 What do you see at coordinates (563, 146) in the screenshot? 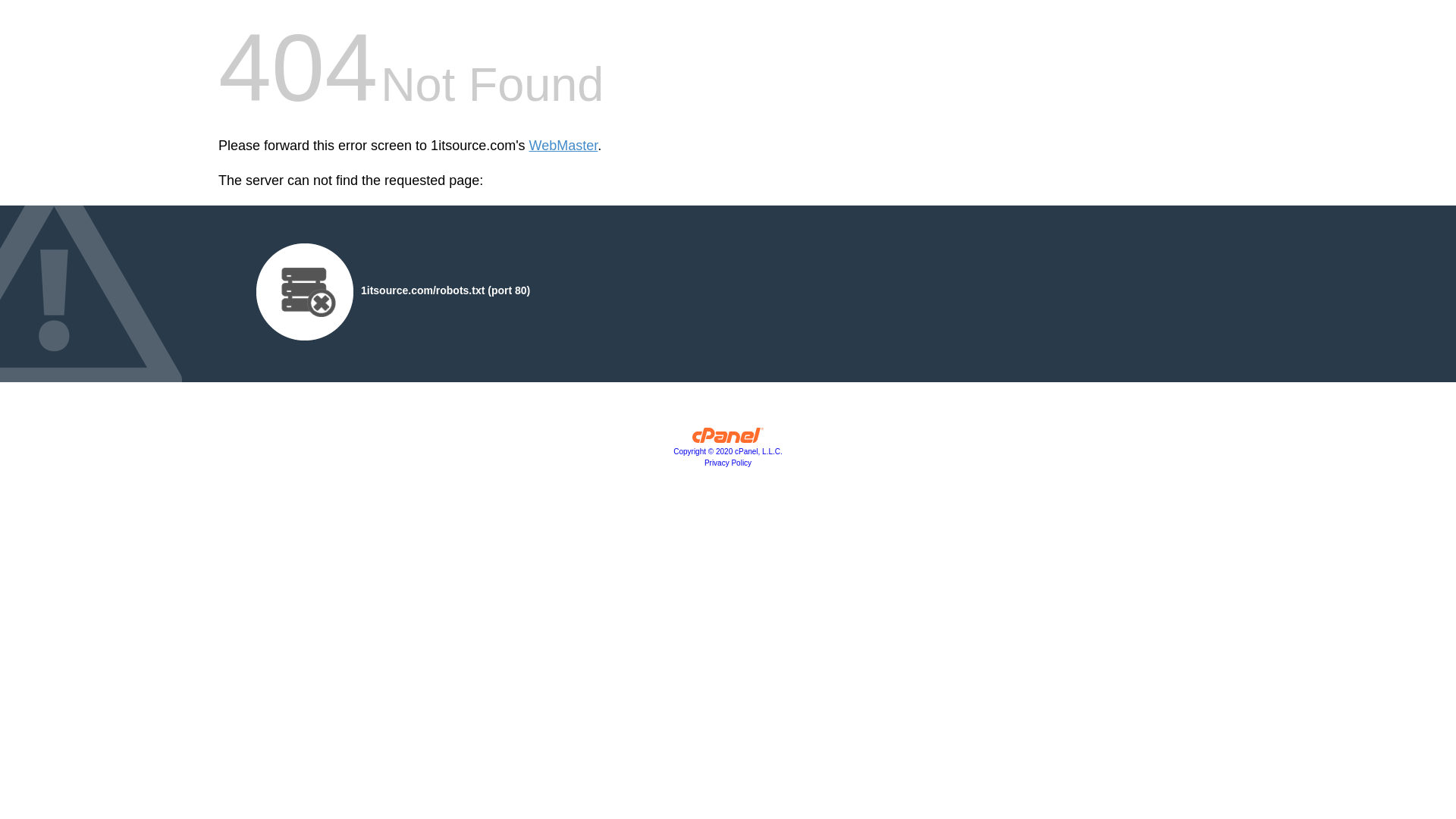
I see `'WebMaster'` at bounding box center [563, 146].